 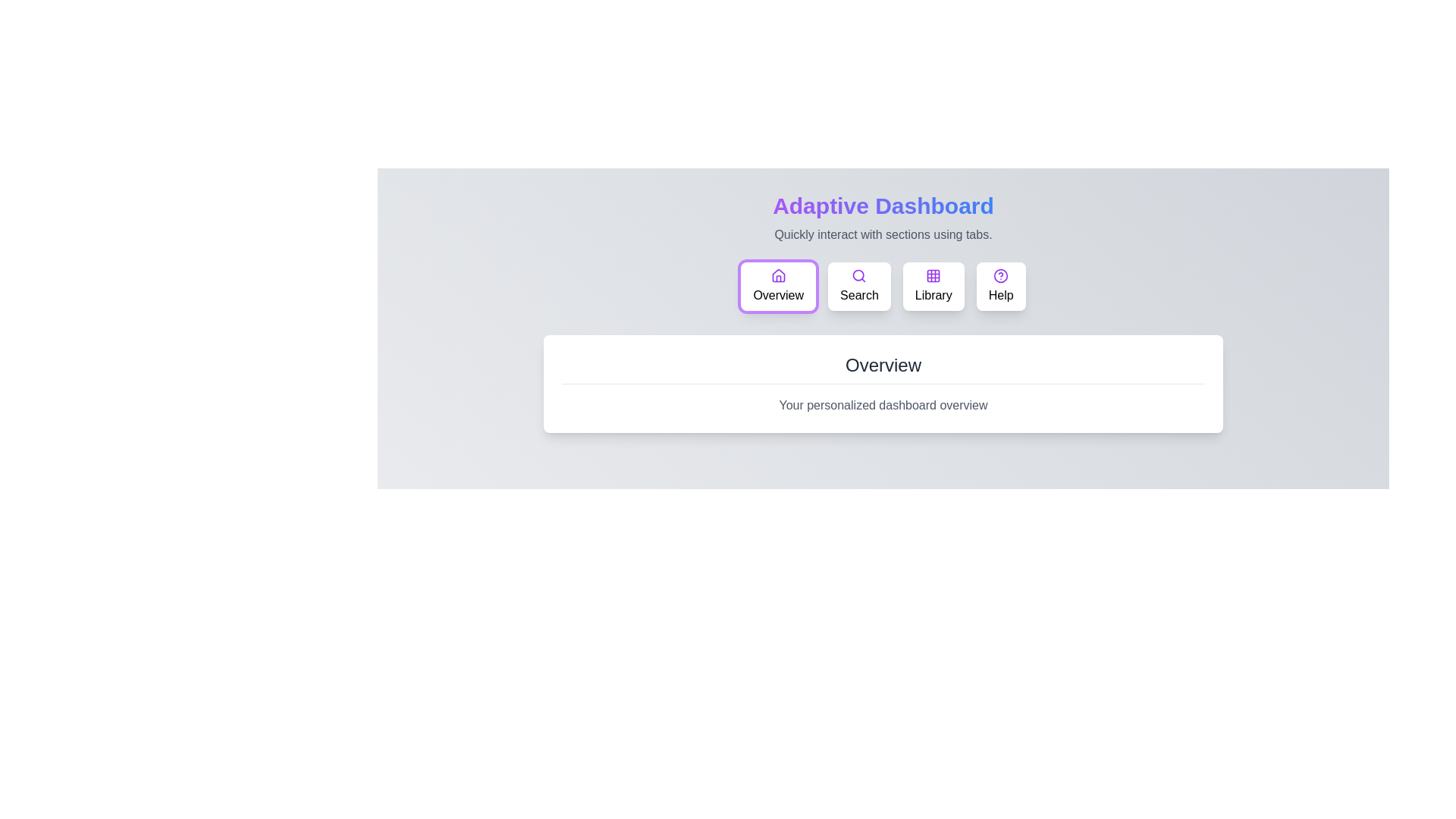 What do you see at coordinates (932, 287) in the screenshot?
I see `the button labeled Library` at bounding box center [932, 287].